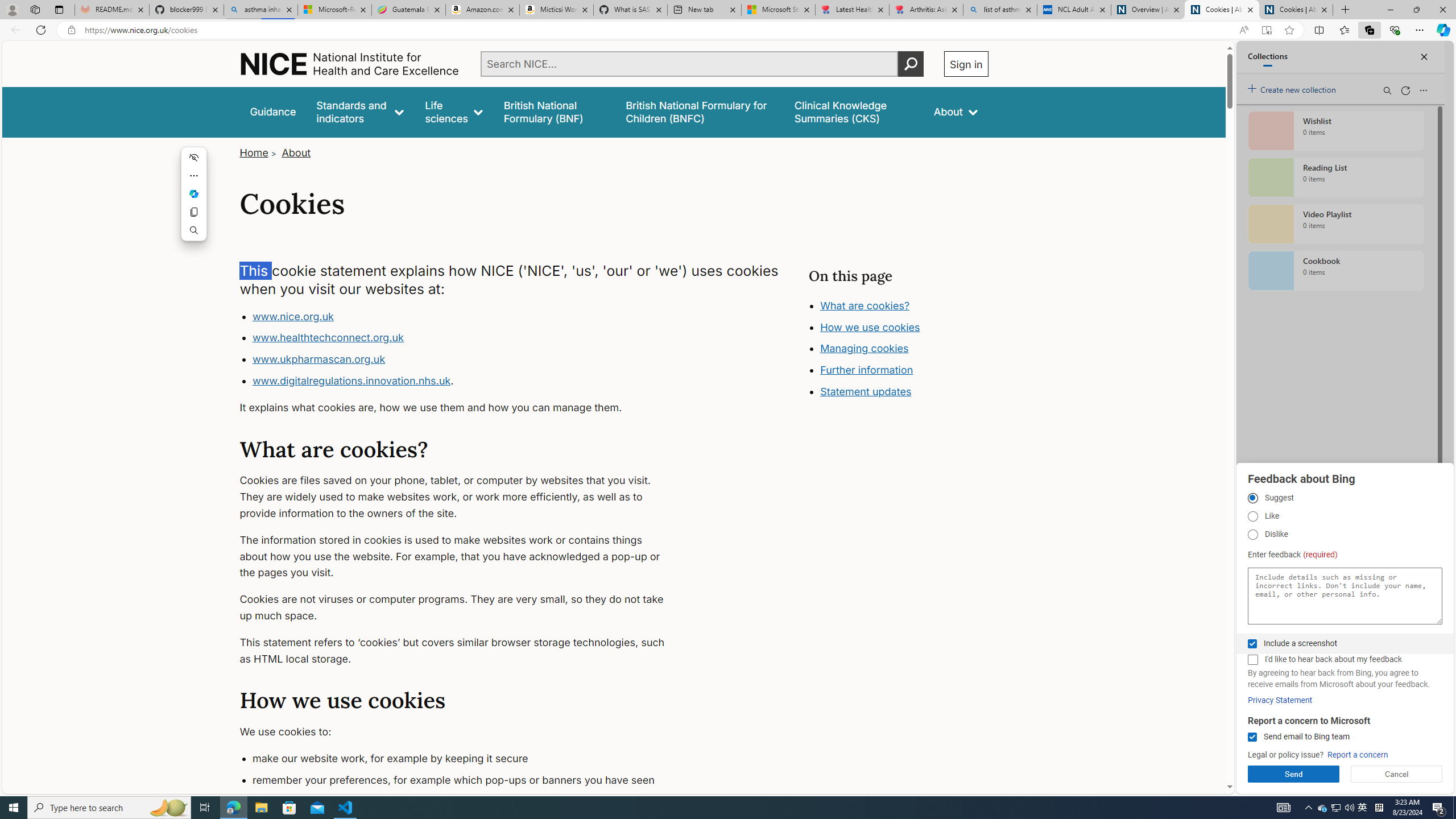 Image resolution: width=1456 pixels, height=819 pixels. What do you see at coordinates (194, 193) in the screenshot?
I see `'Mini menu on text selection'` at bounding box center [194, 193].